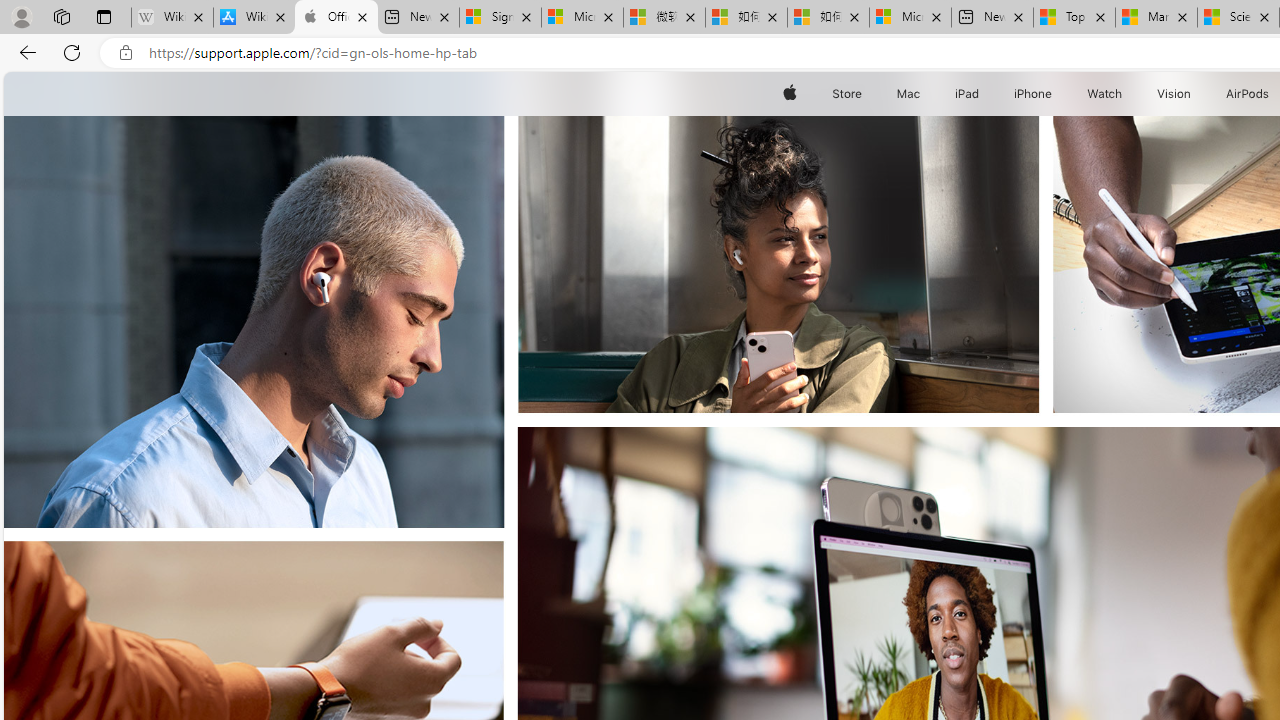 The height and width of the screenshot is (720, 1280). Describe the element at coordinates (1175, 93) in the screenshot. I see `'Vision'` at that location.